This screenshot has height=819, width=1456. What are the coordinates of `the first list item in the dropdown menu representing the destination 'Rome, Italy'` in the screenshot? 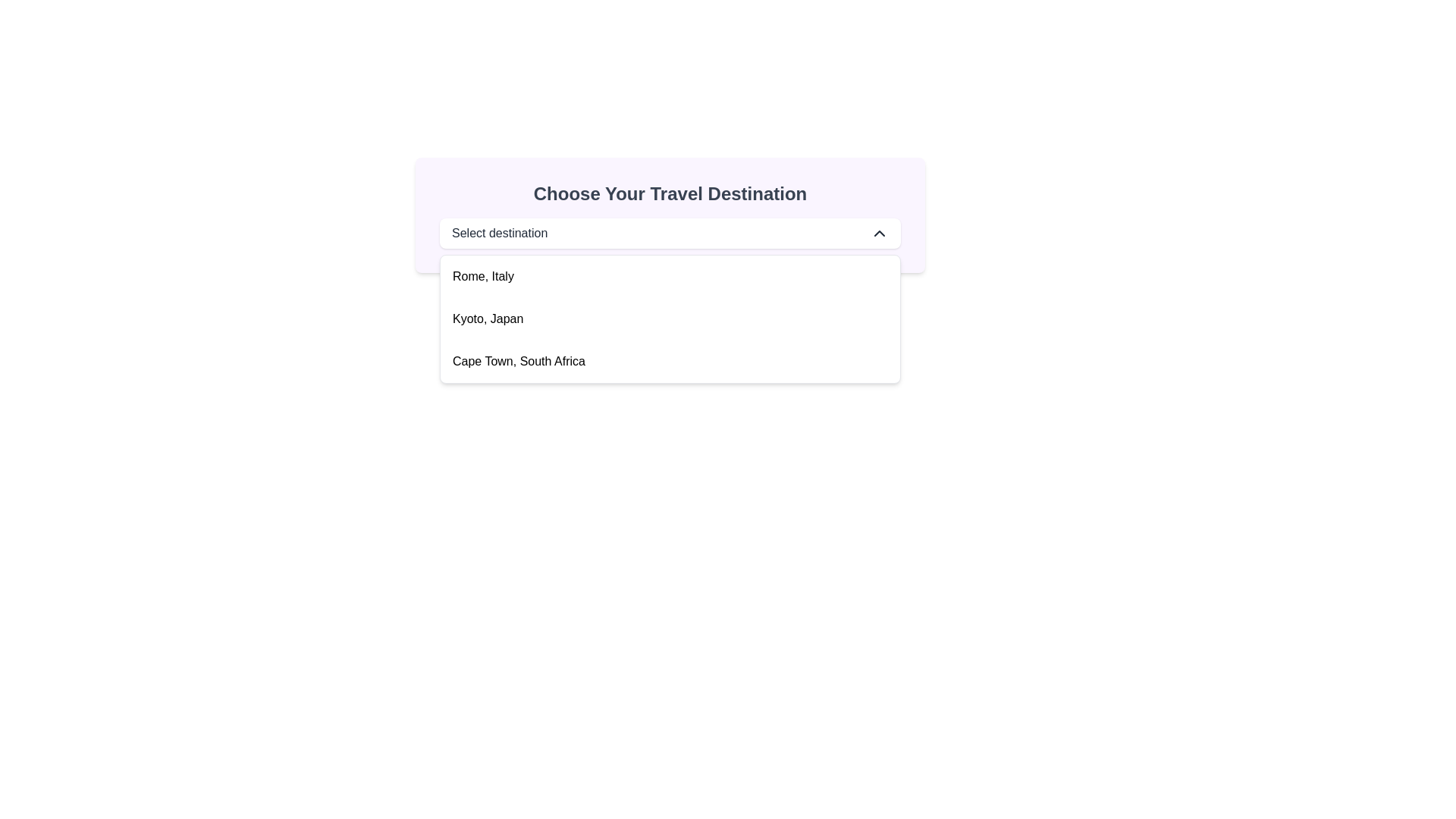 It's located at (669, 277).